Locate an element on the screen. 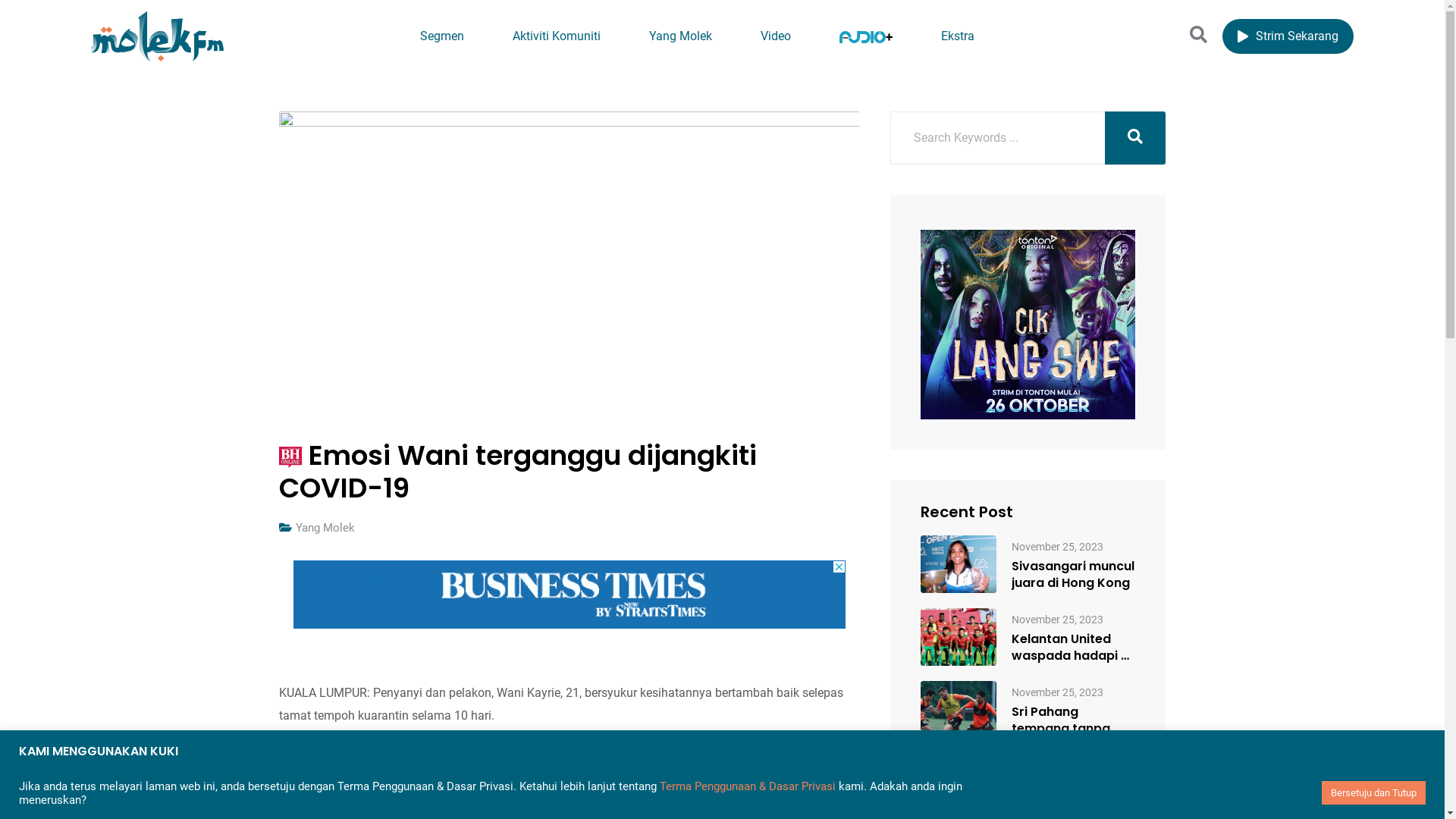 The width and height of the screenshot is (1456, 819). ' Sri Pahang tempang tanpa lima tonggak' is located at coordinates (957, 710).